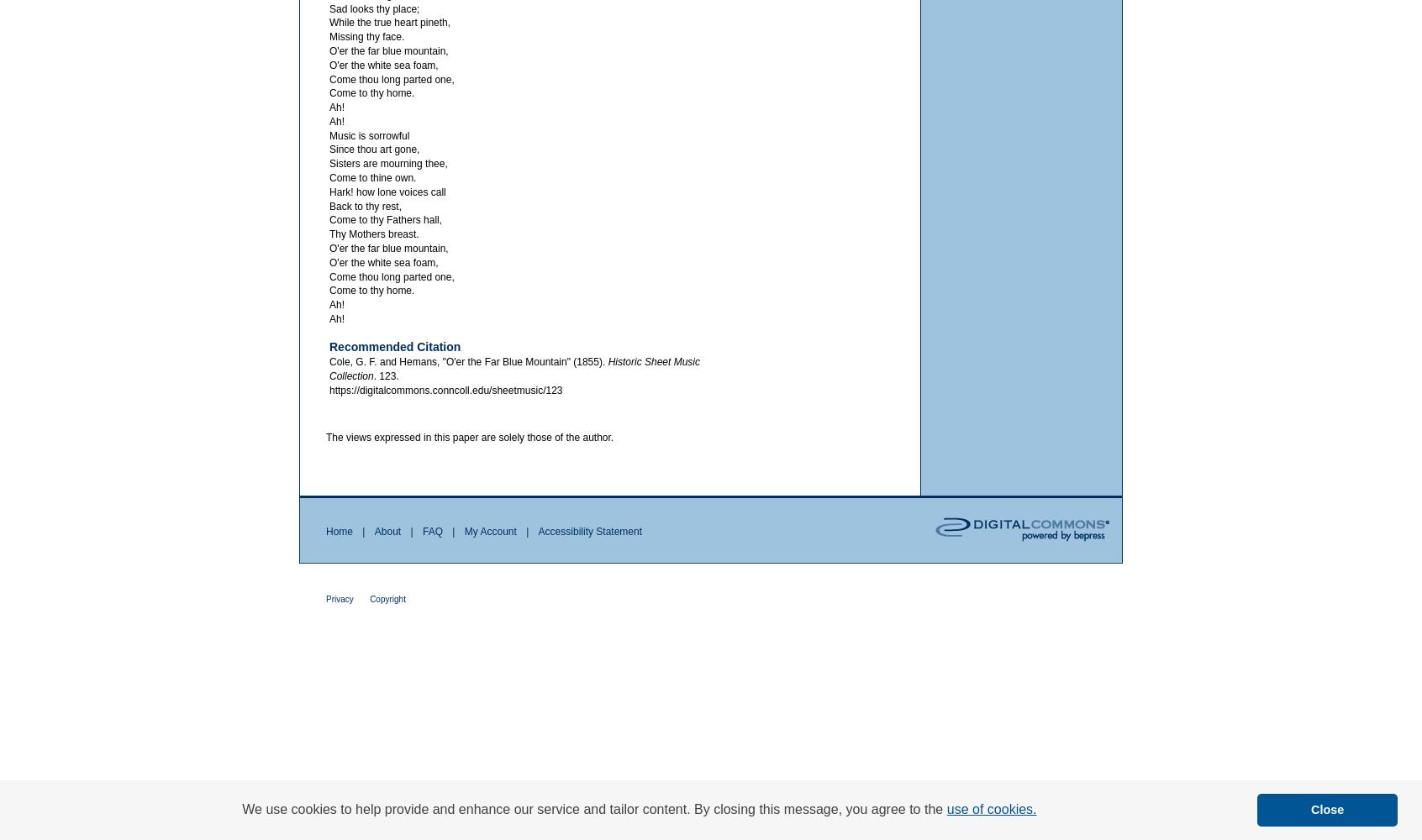 This screenshot has height=840, width=1422. I want to click on 'Privacy', so click(340, 597).